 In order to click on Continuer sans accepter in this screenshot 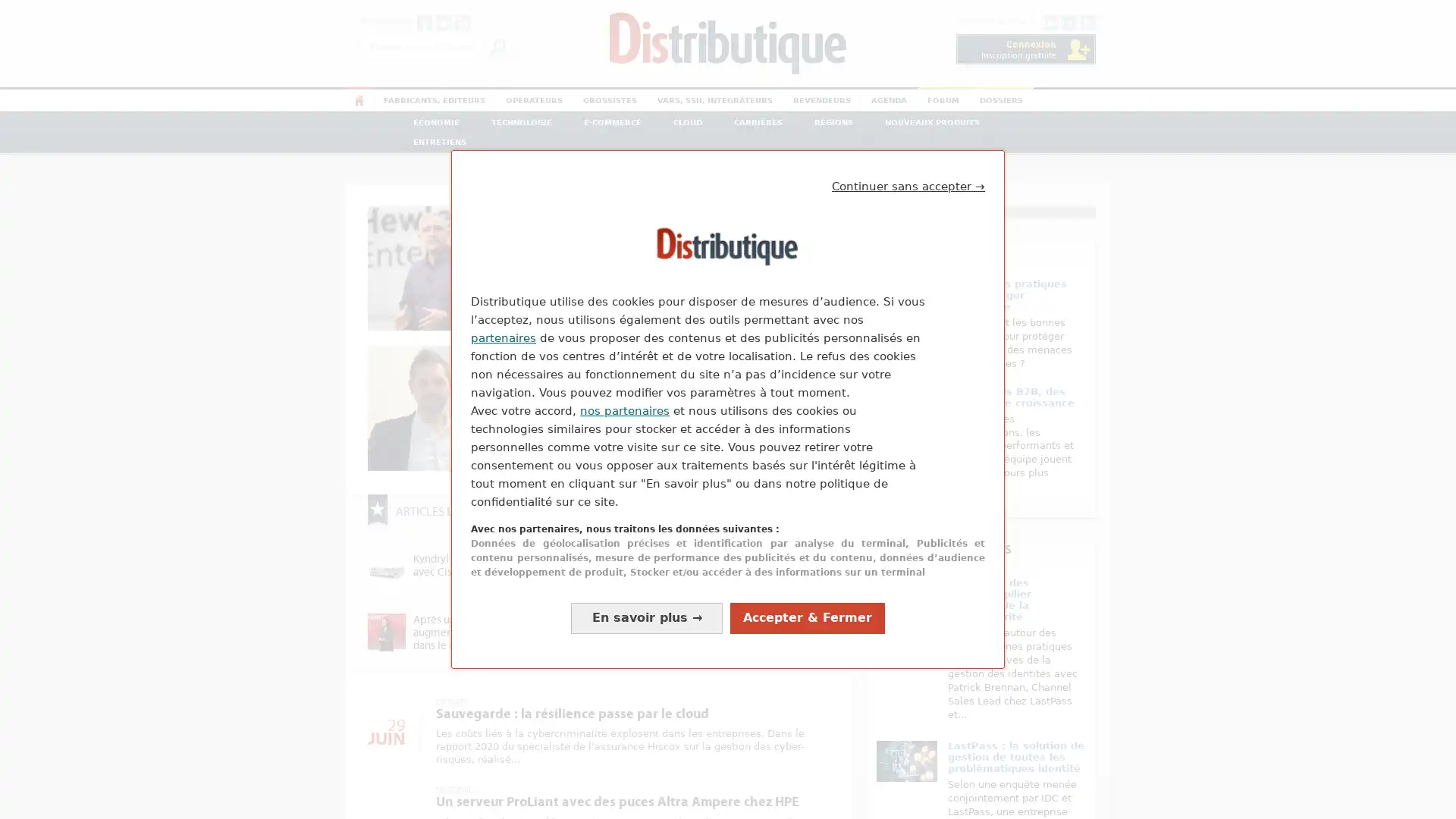, I will do `click(908, 186)`.